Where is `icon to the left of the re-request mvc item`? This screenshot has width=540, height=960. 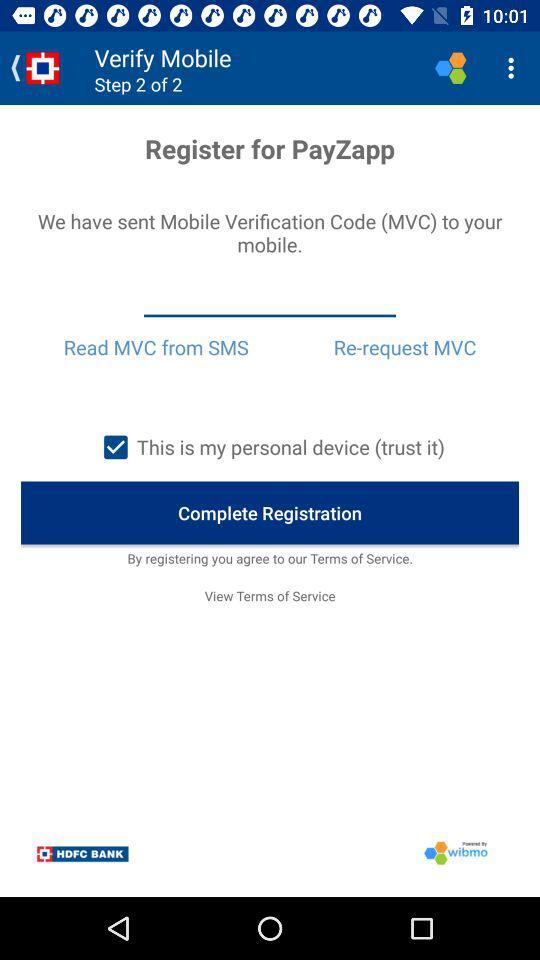 icon to the left of the re-request mvc item is located at coordinates (155, 347).